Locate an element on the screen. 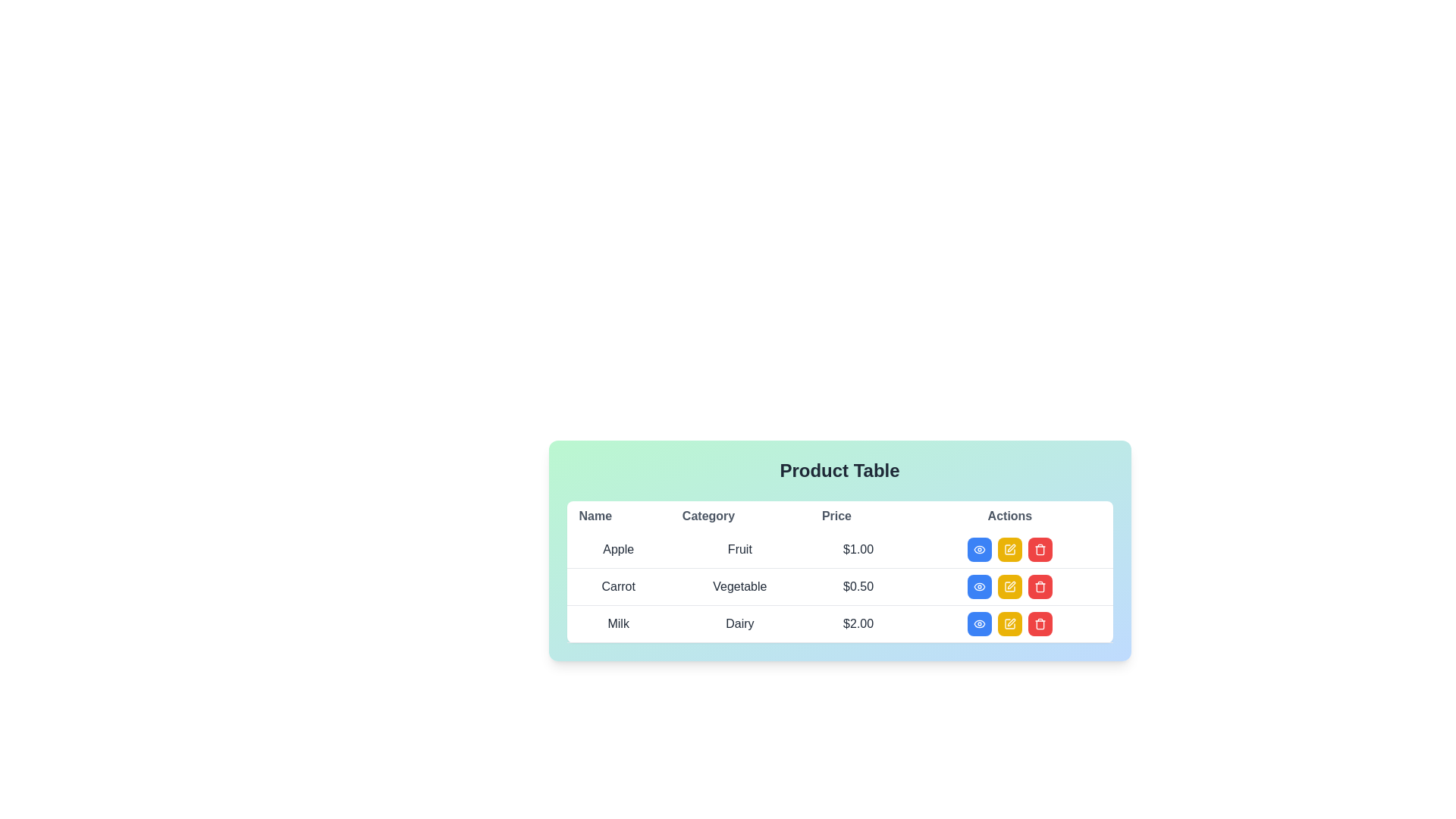 The height and width of the screenshot is (819, 1456). the 'view' button located in the 'Actions' column of the second row, corresponding to the 'Vegetable' category priced at '$0.50' is located at coordinates (979, 586).